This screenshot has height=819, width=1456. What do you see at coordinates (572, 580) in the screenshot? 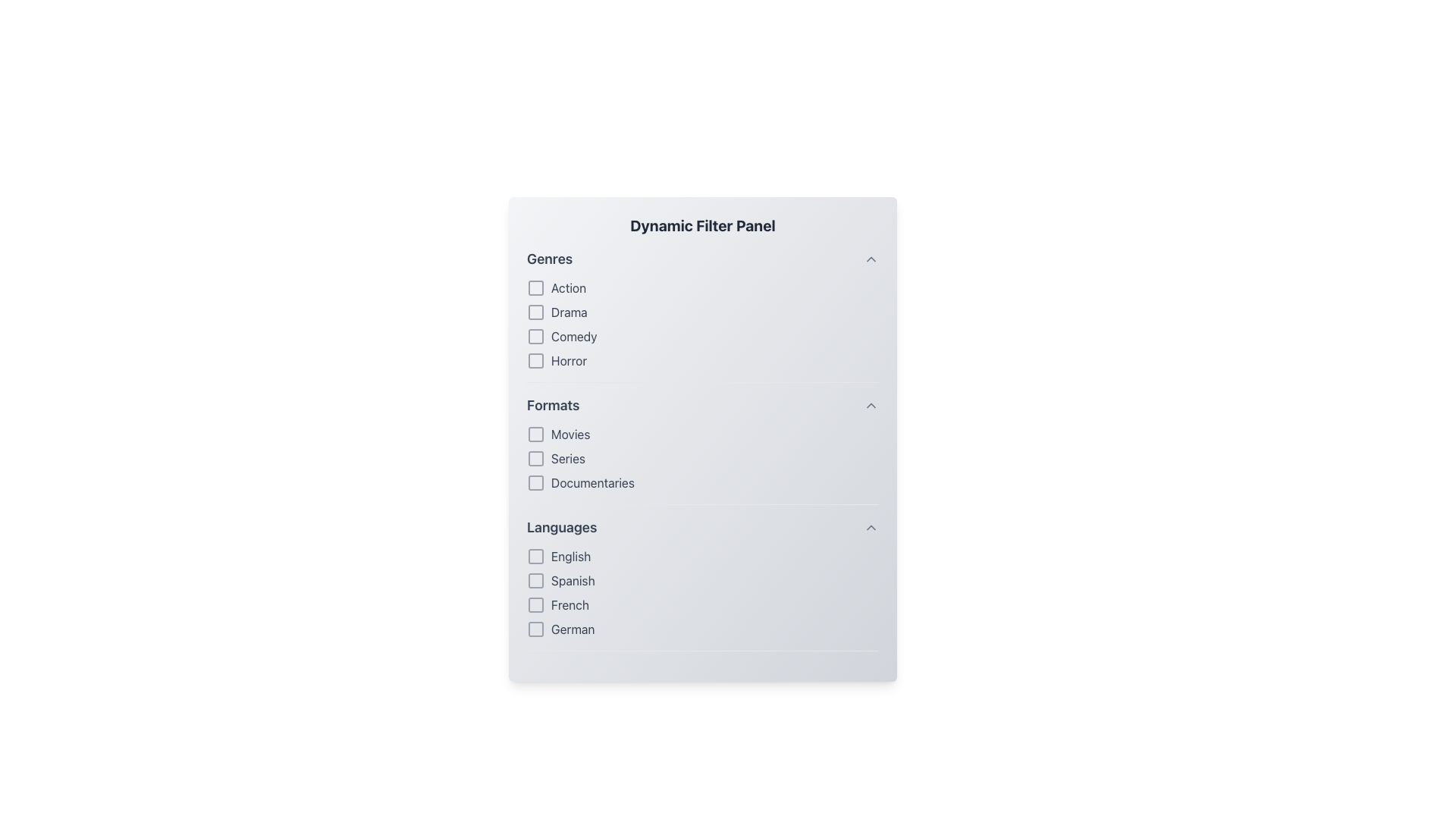
I see `the checkbox next to the 'Spanish' text label` at bounding box center [572, 580].